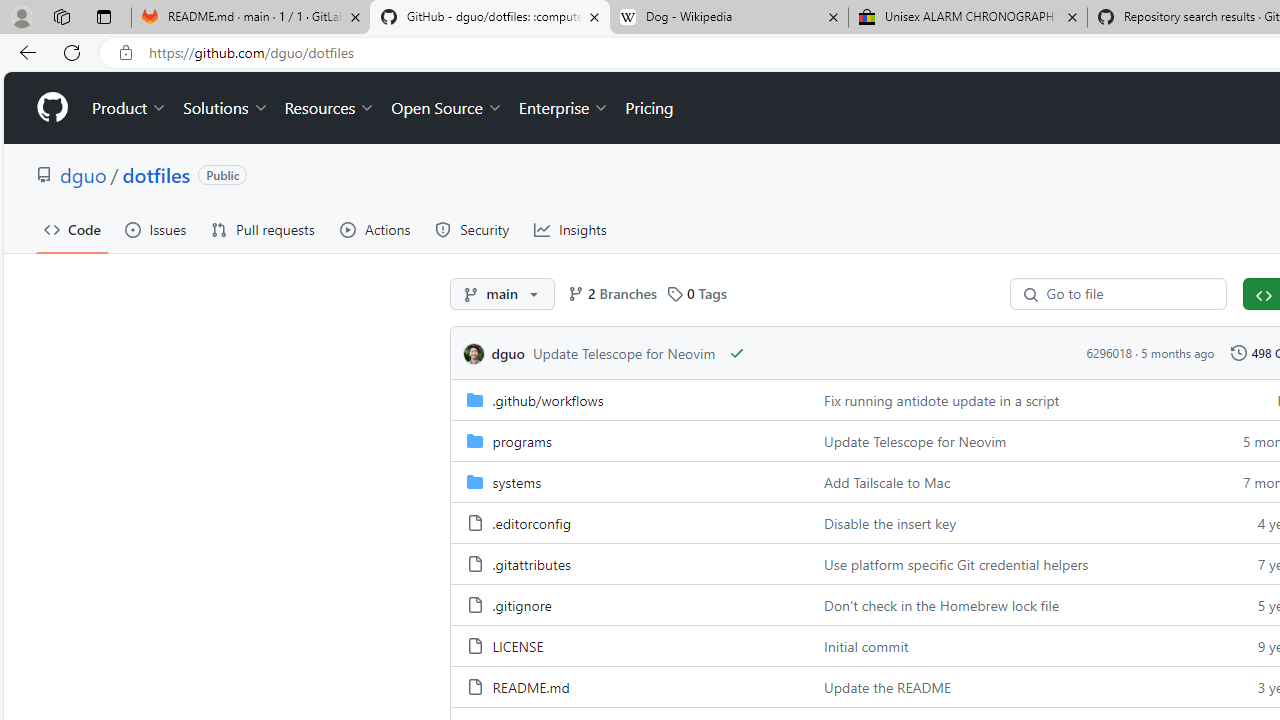  What do you see at coordinates (445, 108) in the screenshot?
I see `'Open Source'` at bounding box center [445, 108].